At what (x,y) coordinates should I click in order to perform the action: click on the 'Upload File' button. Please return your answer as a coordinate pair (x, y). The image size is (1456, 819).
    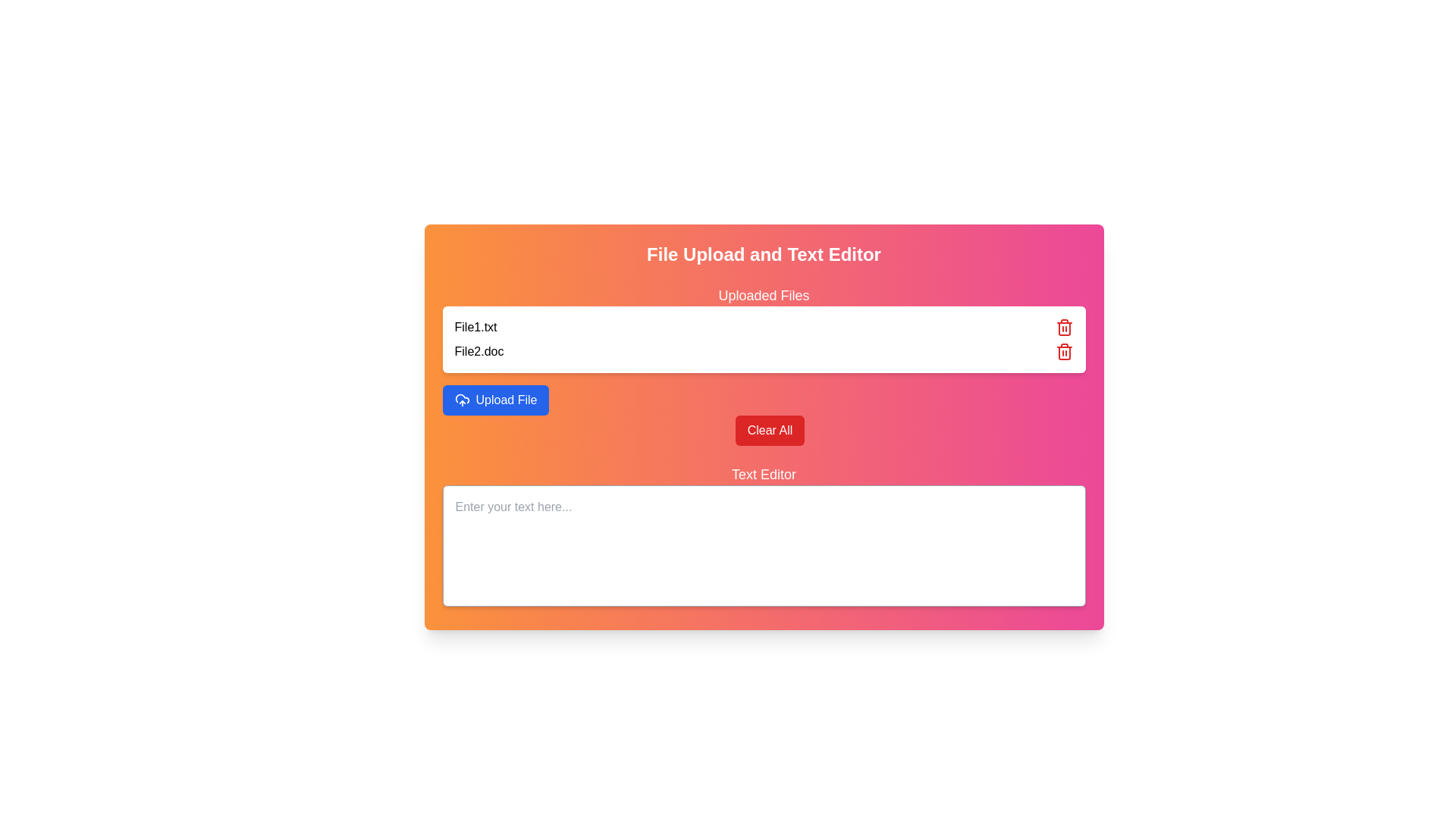
    Looking at the image, I should click on (506, 400).